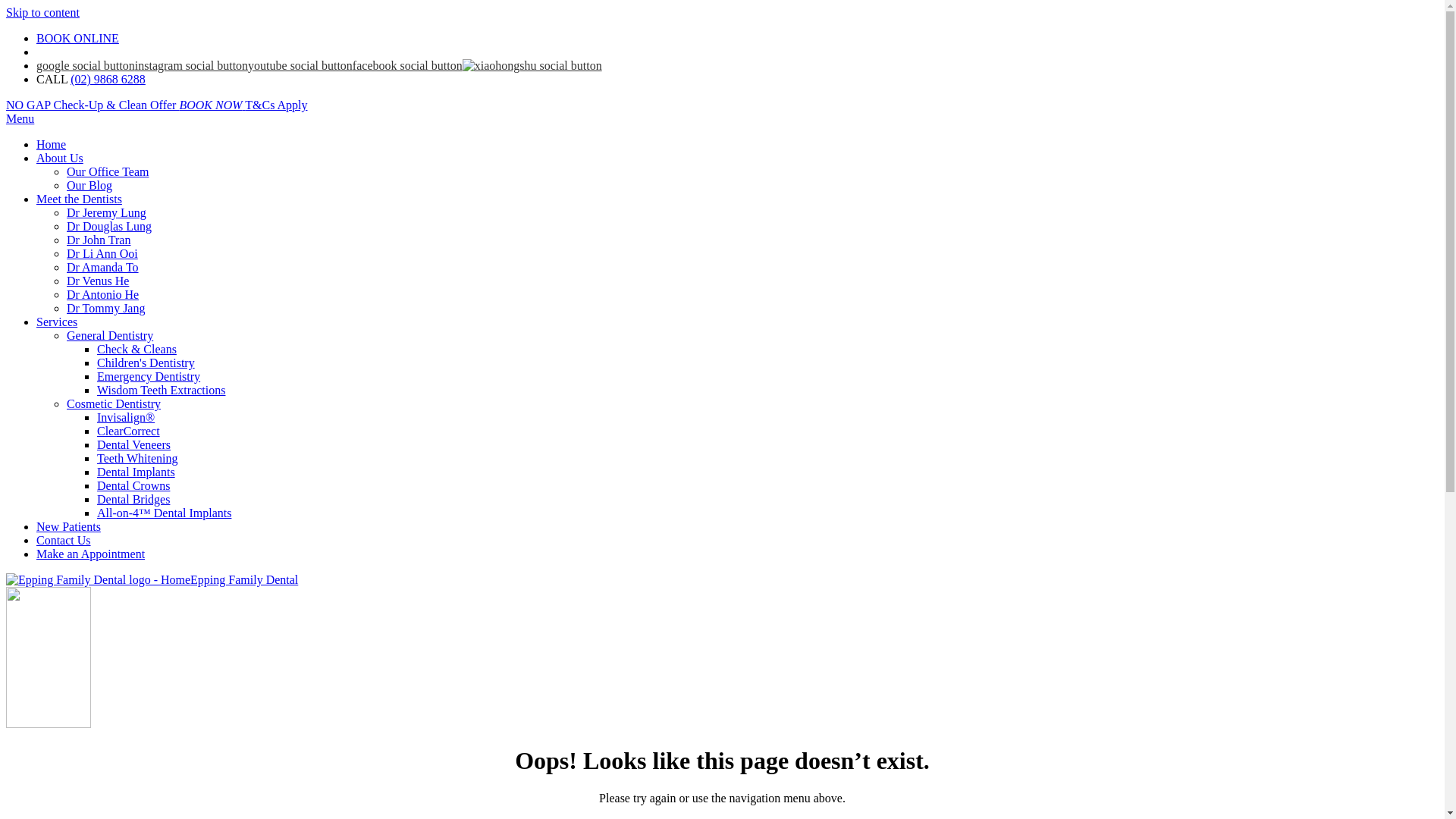  Describe the element at coordinates (96, 375) in the screenshot. I see `'Emergency Dentistry'` at that location.